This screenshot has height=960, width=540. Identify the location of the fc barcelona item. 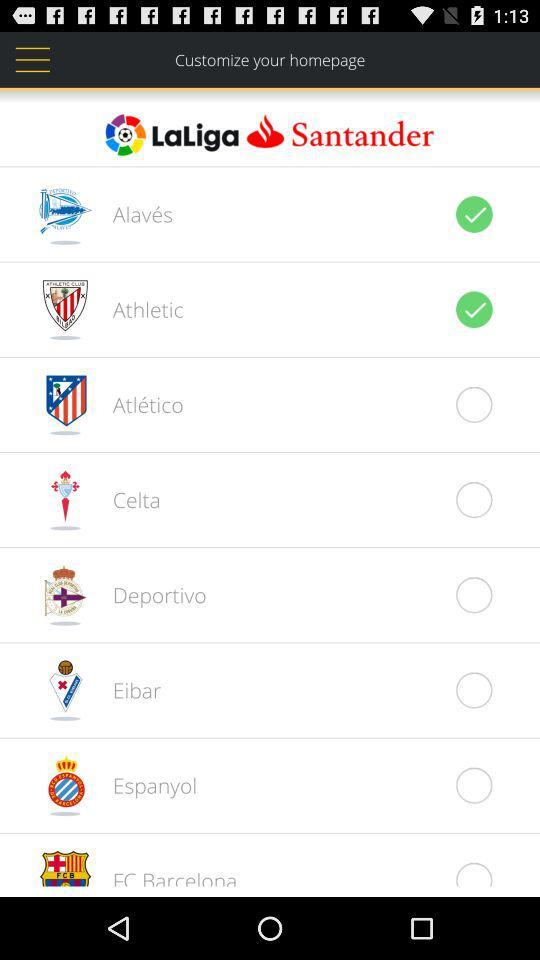
(163, 875).